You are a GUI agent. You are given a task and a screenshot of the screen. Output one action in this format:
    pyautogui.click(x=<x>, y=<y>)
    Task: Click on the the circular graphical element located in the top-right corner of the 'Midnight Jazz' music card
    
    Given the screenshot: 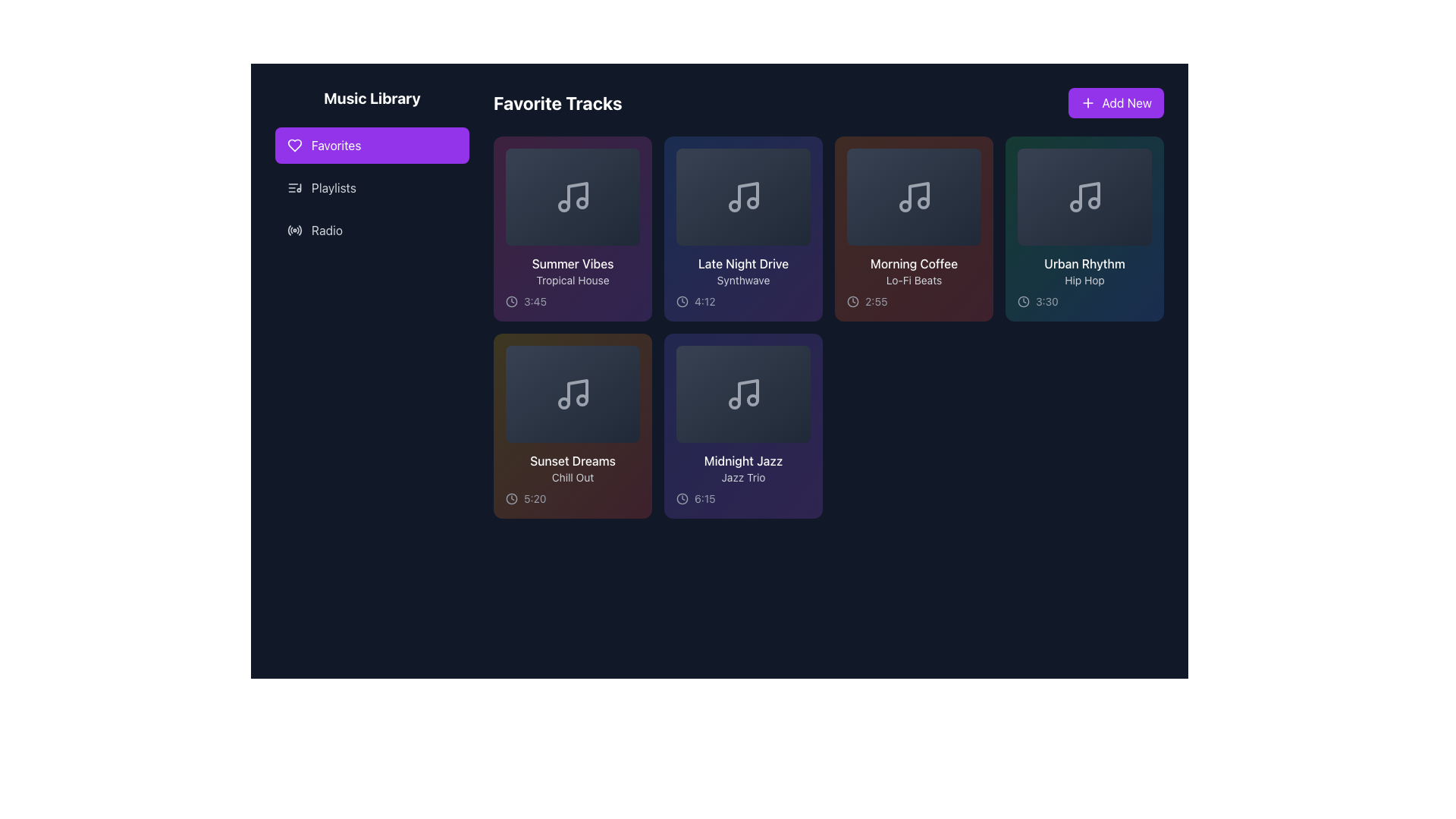 What is the action you would take?
    pyautogui.click(x=800, y=354)
    